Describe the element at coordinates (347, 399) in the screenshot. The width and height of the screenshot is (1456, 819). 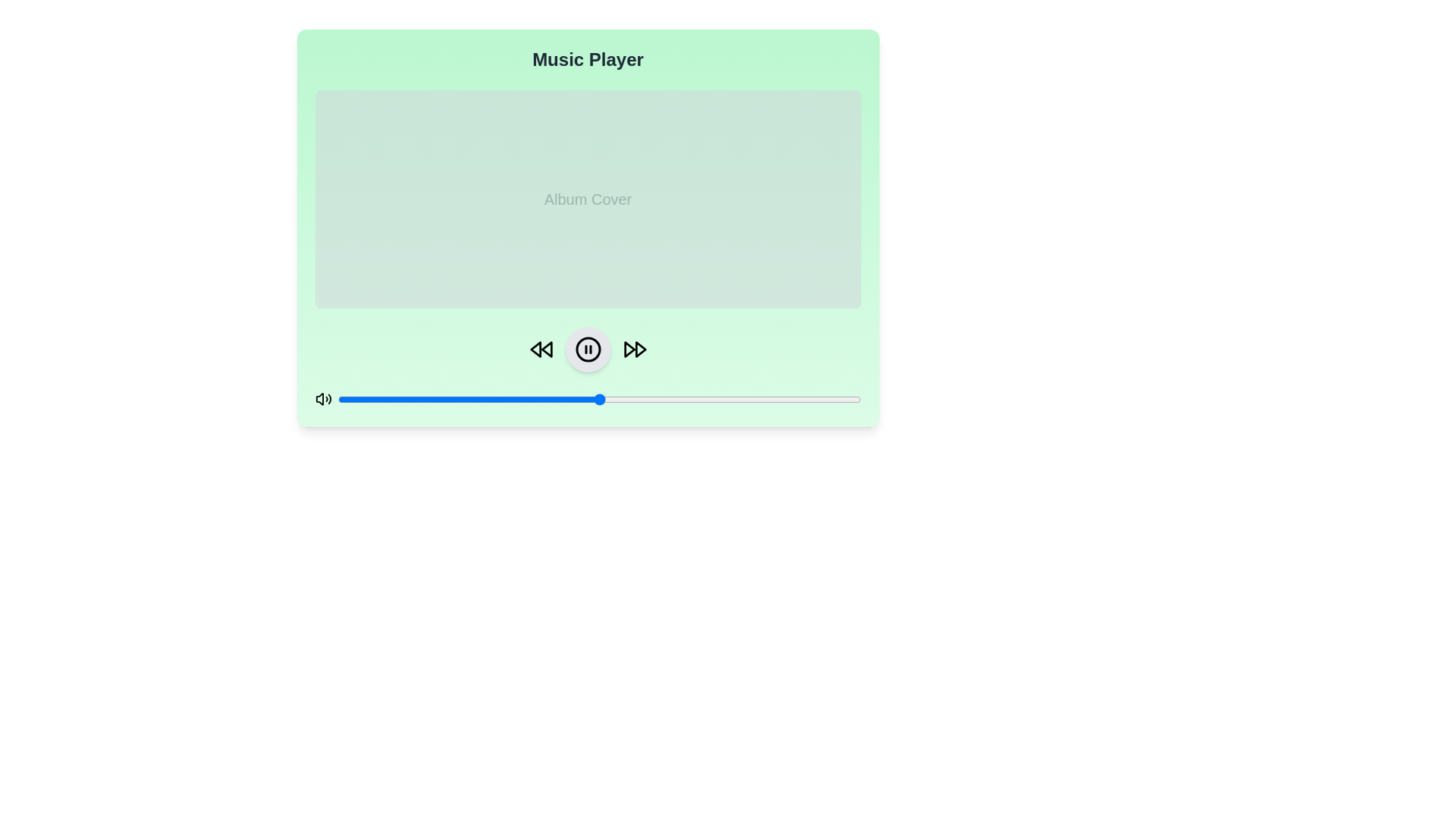
I see `the slider position` at that location.